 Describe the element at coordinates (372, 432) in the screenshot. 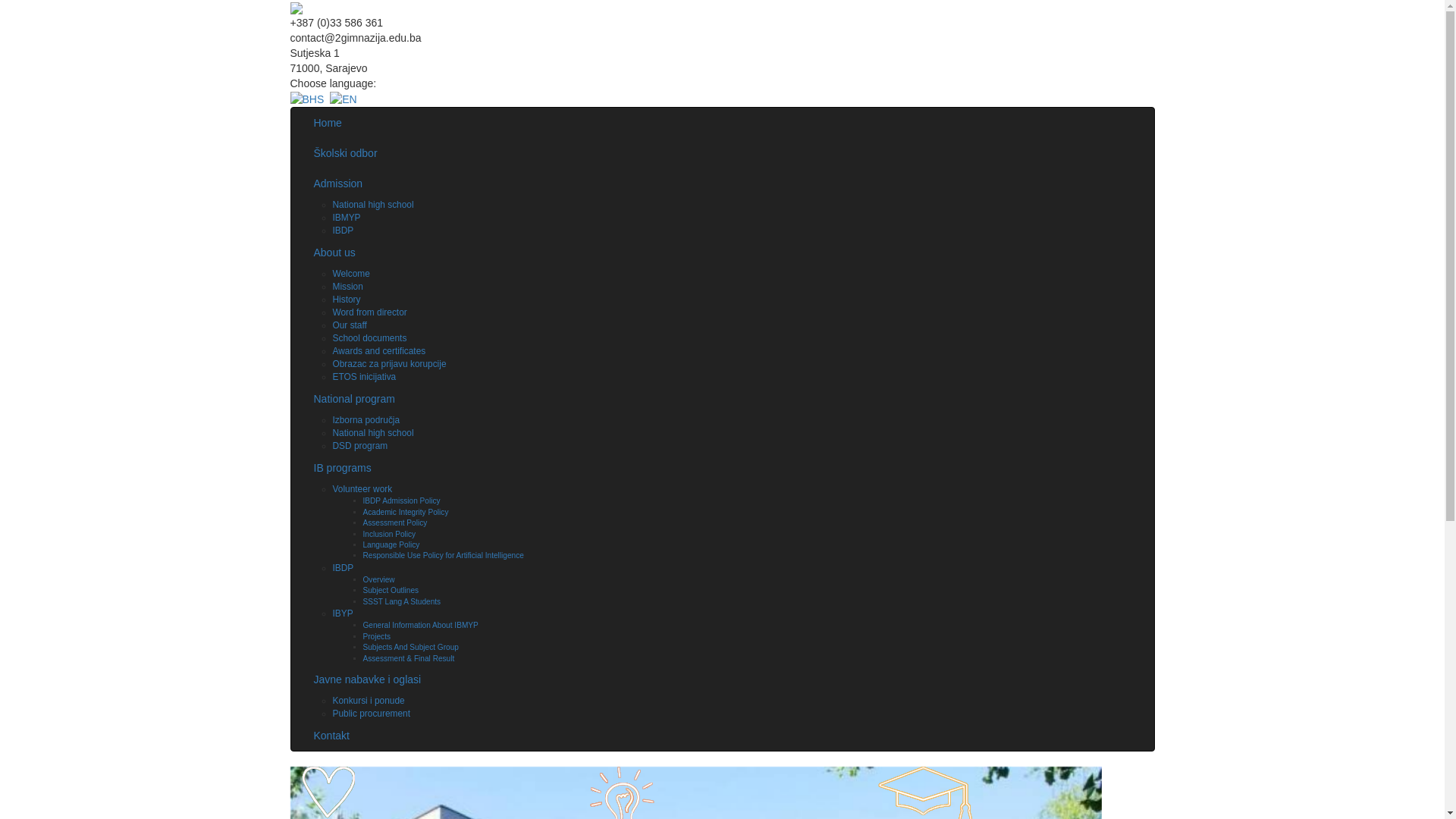

I see `'National high school'` at that location.